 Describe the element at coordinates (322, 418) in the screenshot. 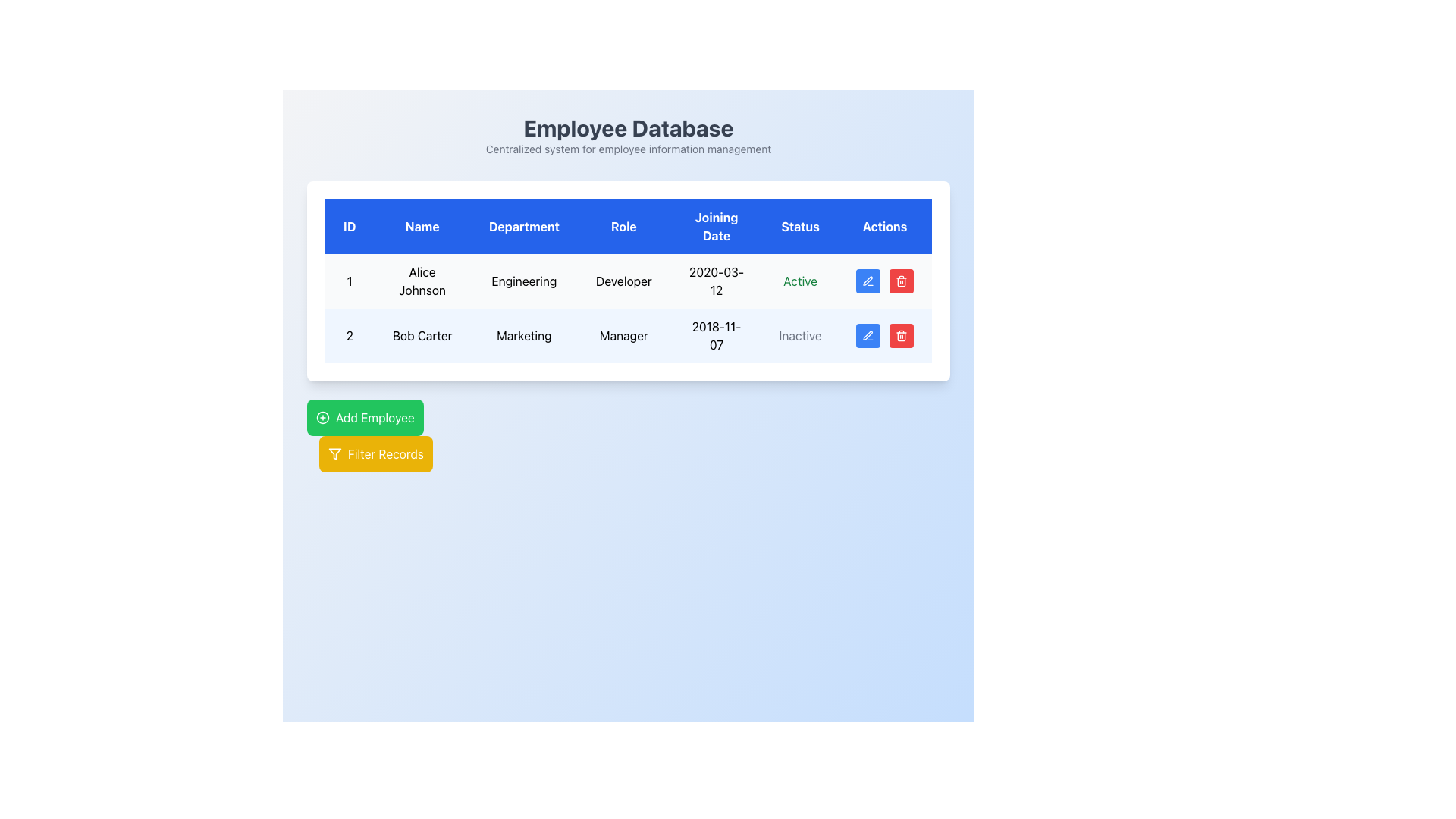

I see `the SVG Circle icon located at the center of the 'Add Employee' button` at that location.